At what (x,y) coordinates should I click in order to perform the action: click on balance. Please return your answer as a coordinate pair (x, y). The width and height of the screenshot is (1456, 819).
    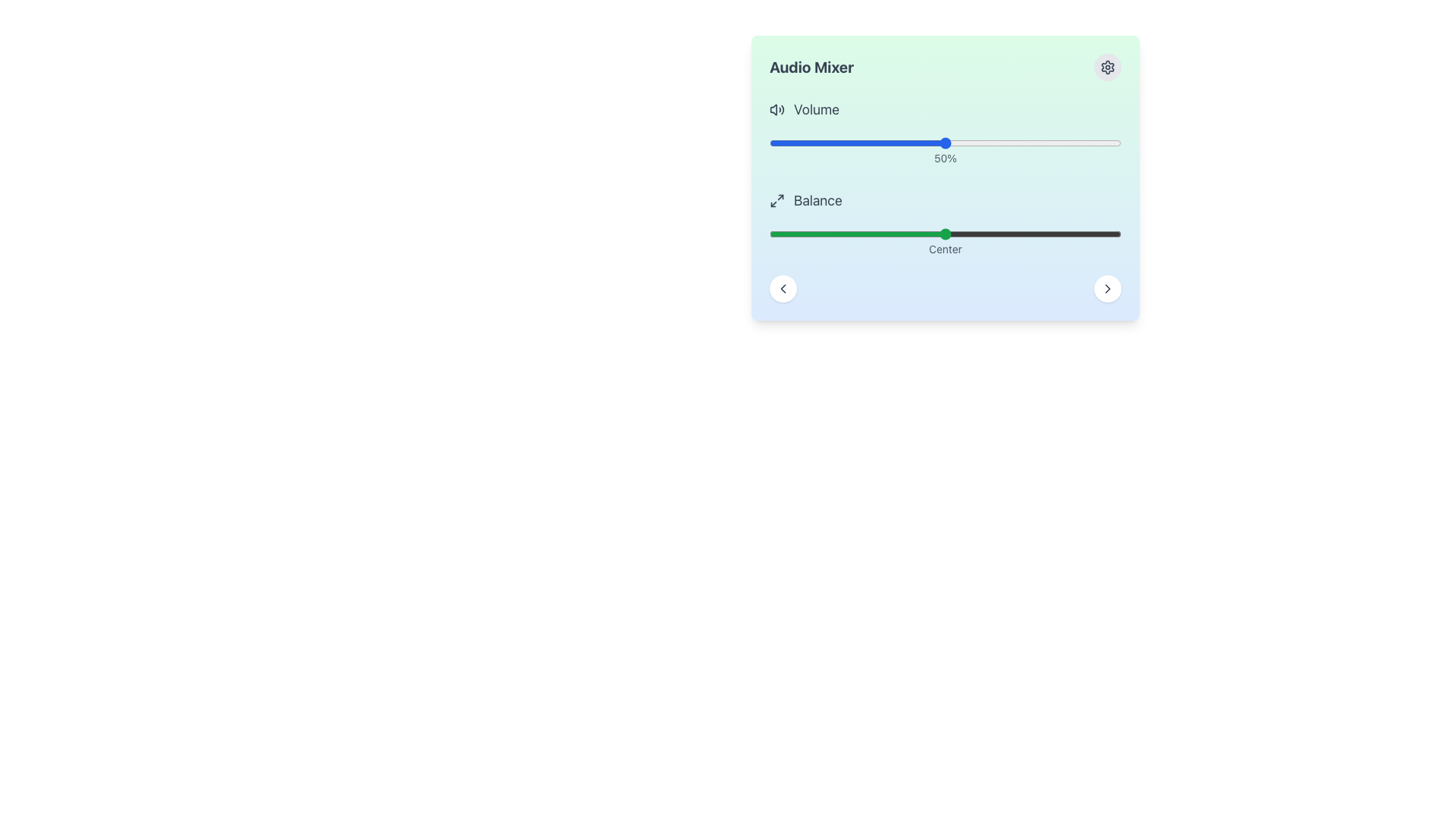
    Looking at the image, I should click on (814, 234).